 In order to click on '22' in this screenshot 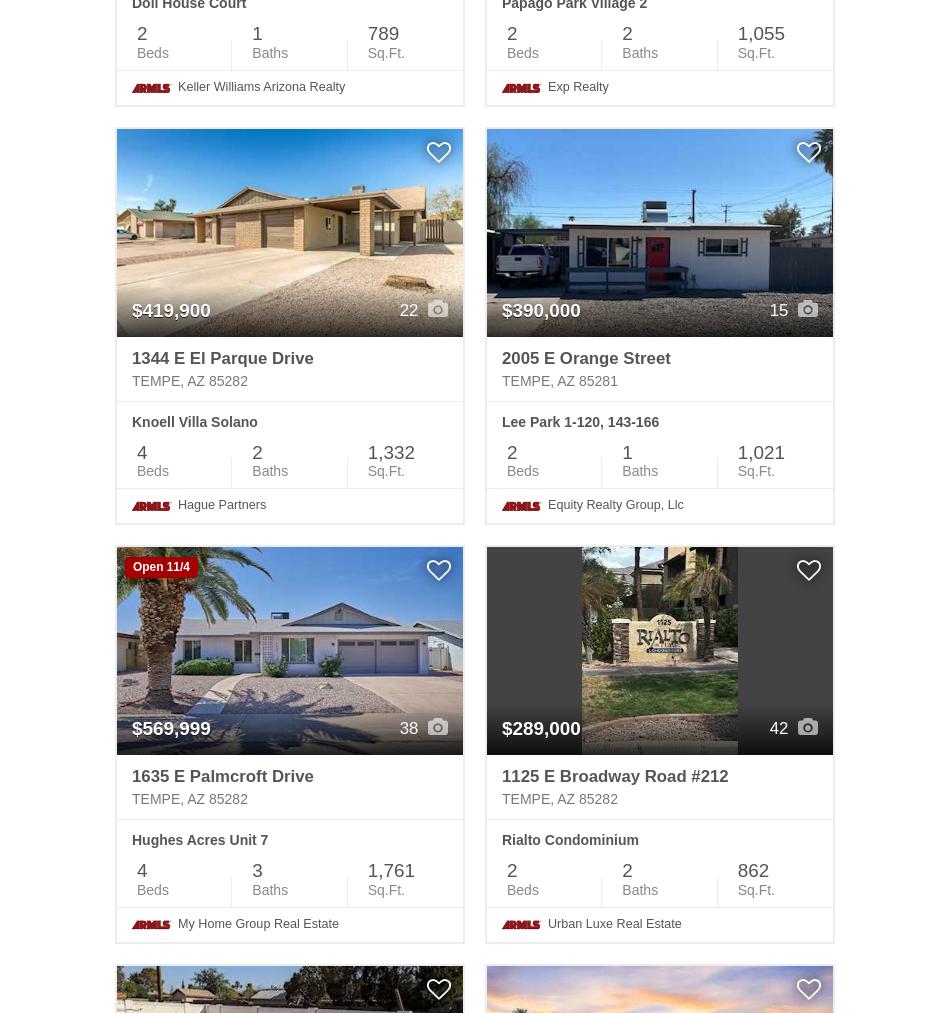, I will do `click(409, 309)`.